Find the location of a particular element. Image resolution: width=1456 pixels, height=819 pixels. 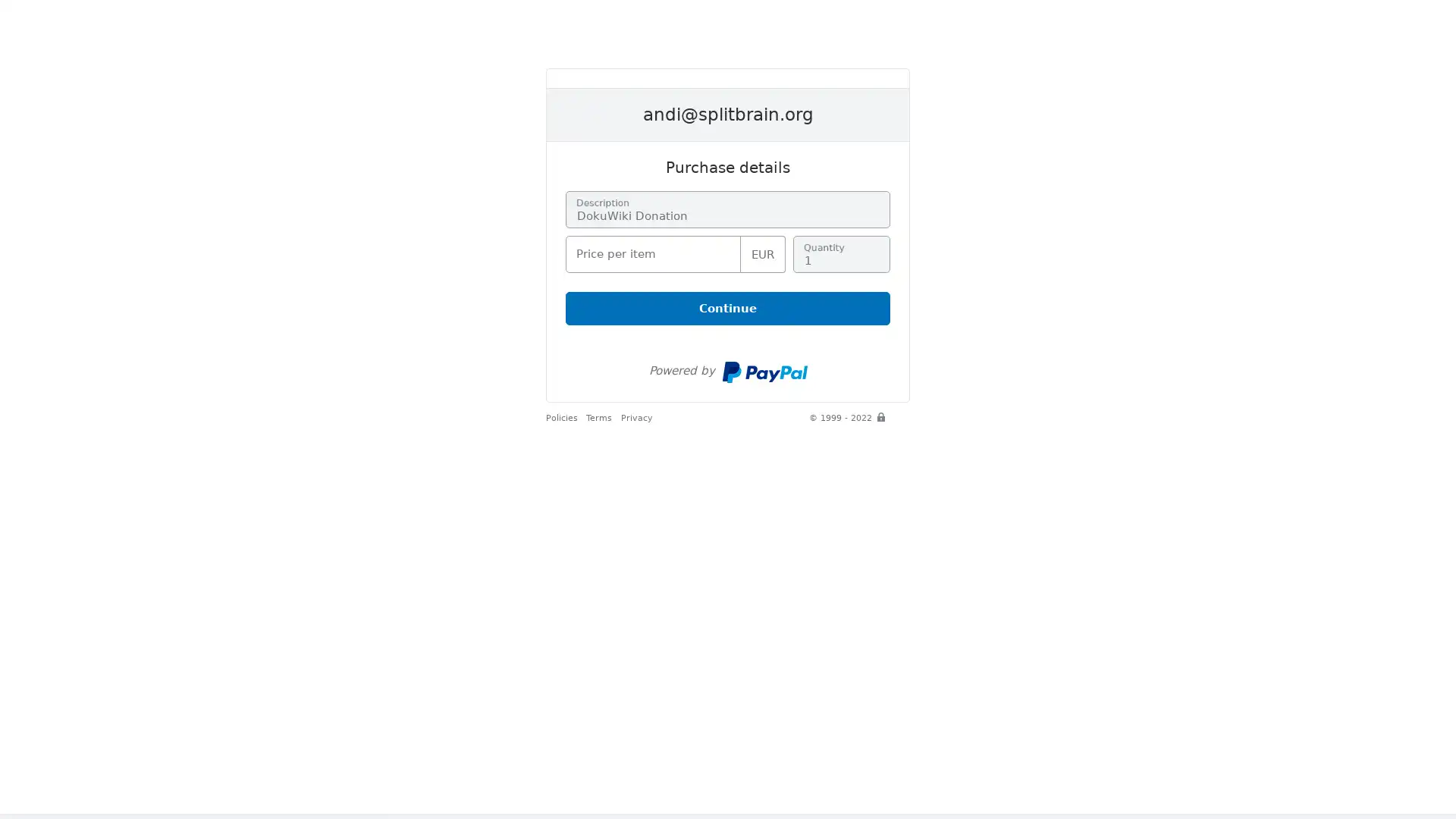

Continue is located at coordinates (728, 308).